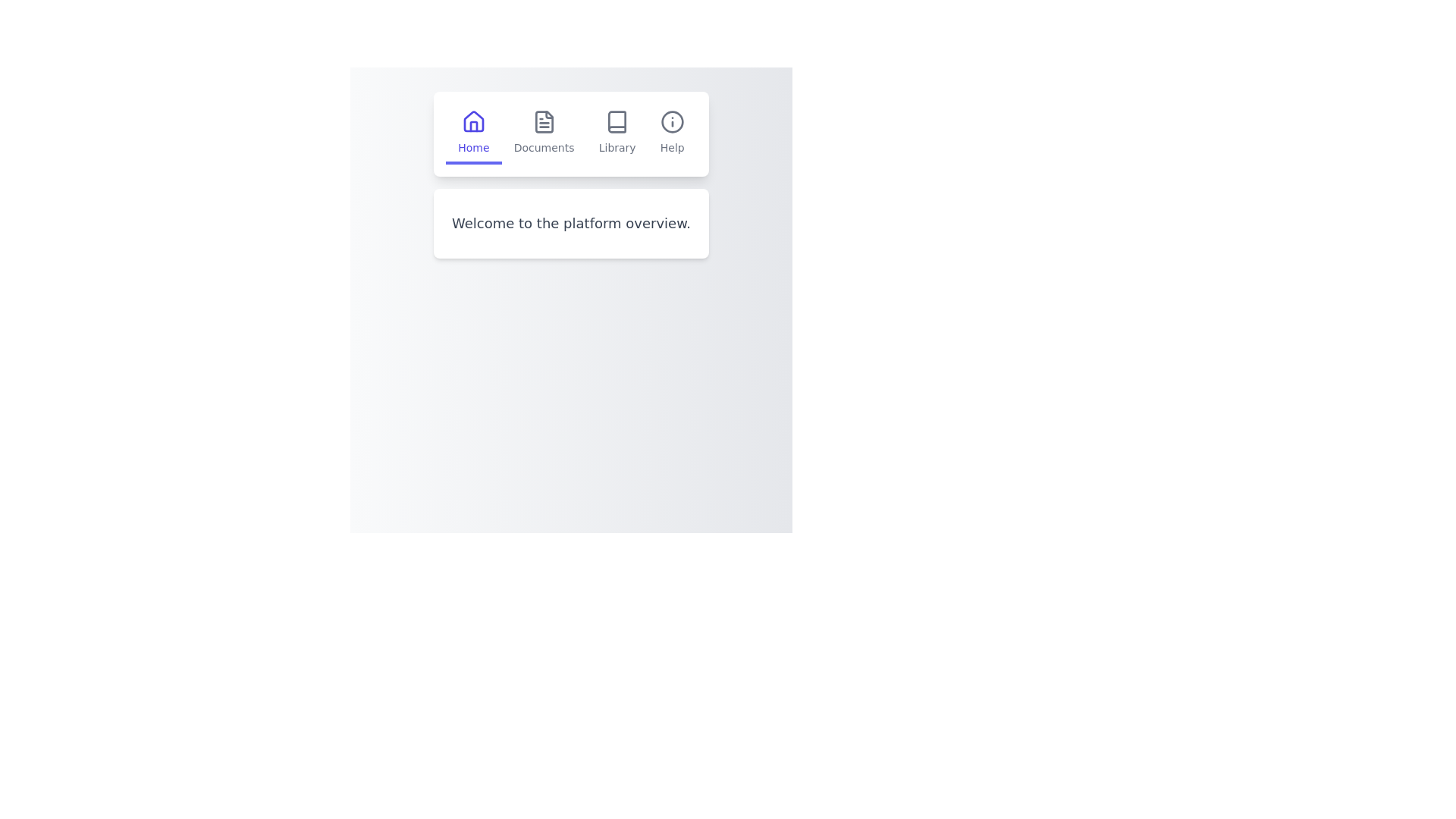 This screenshot has height=819, width=1456. I want to click on the Library tab in the navigation bar, so click(617, 133).